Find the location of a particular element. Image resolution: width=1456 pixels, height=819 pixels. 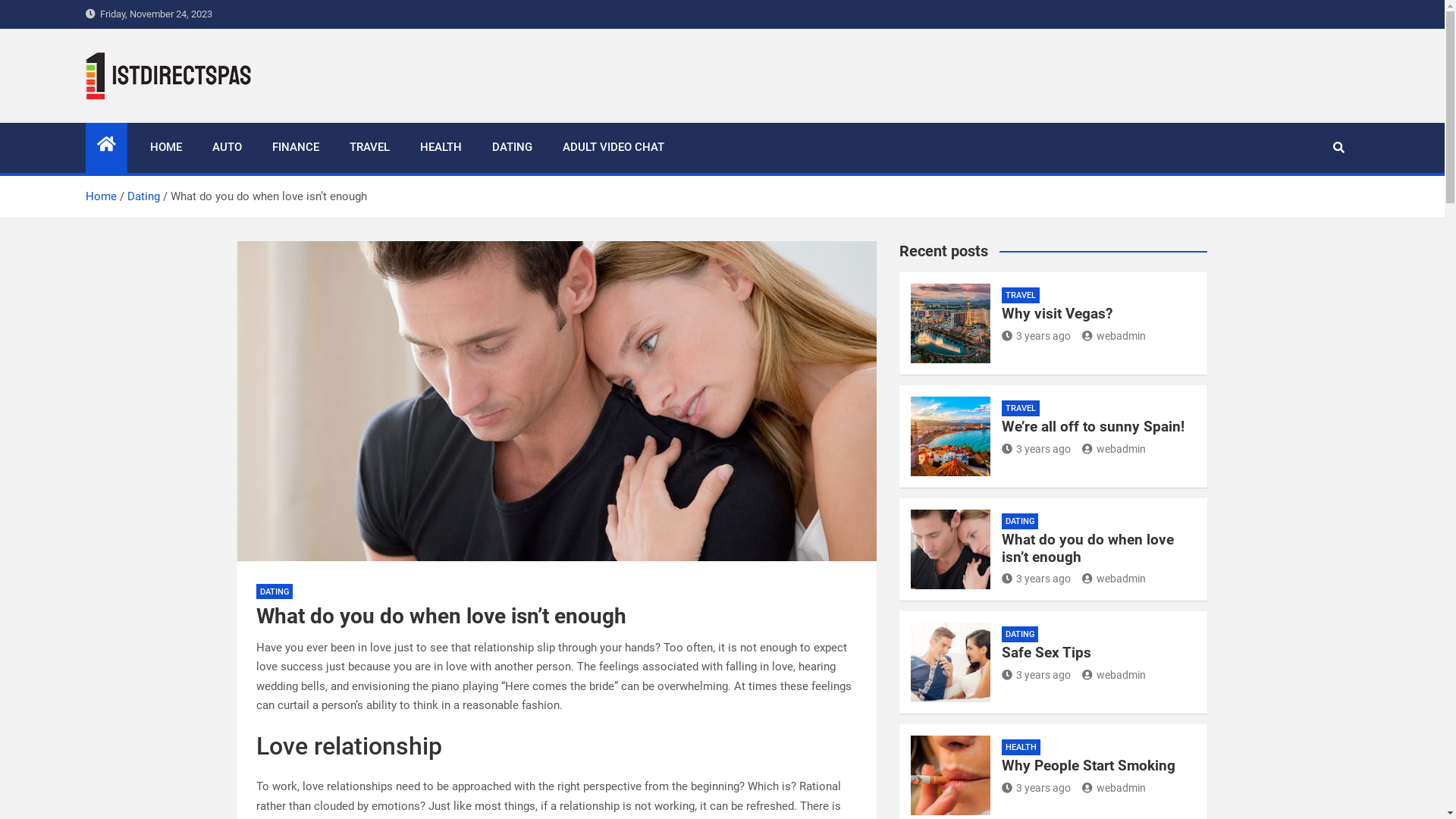

'ADULT VIDEO CHAT' is located at coordinates (613, 148).